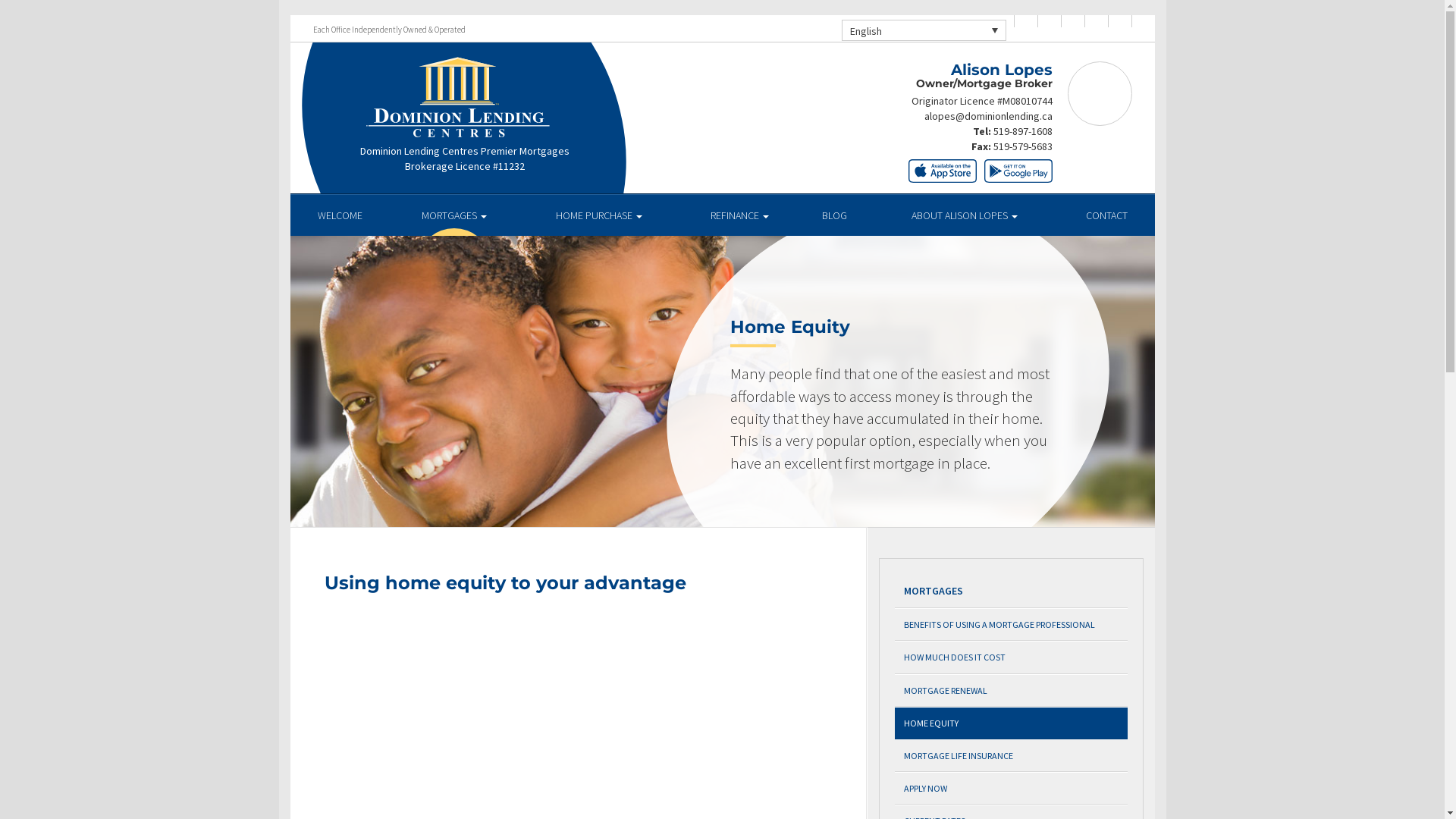 This screenshot has height=819, width=1456. What do you see at coordinates (1106, 215) in the screenshot?
I see `'CONTACT'` at bounding box center [1106, 215].